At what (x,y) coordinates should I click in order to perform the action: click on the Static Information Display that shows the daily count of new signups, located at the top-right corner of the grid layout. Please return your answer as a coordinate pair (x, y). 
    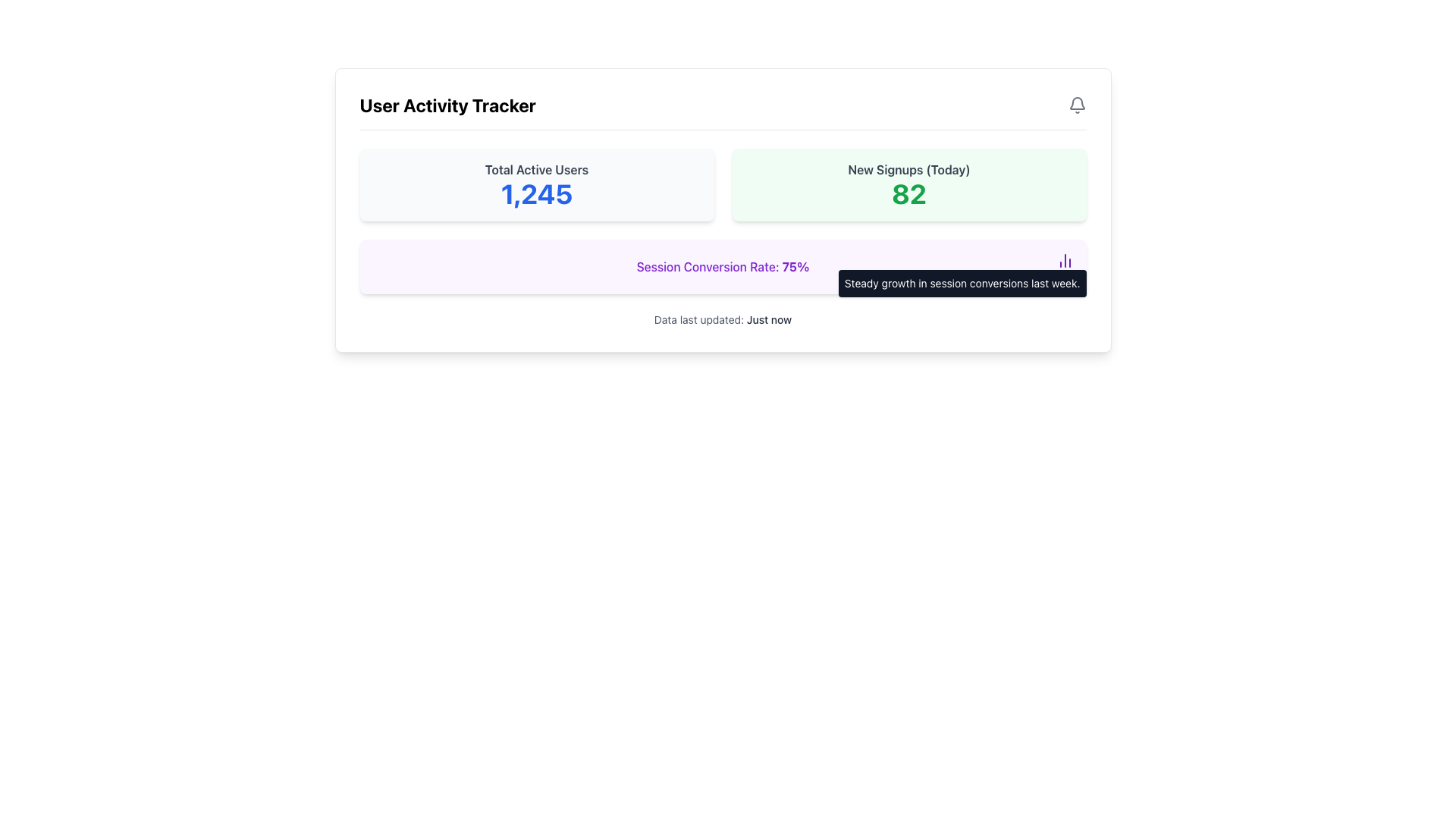
    Looking at the image, I should click on (909, 184).